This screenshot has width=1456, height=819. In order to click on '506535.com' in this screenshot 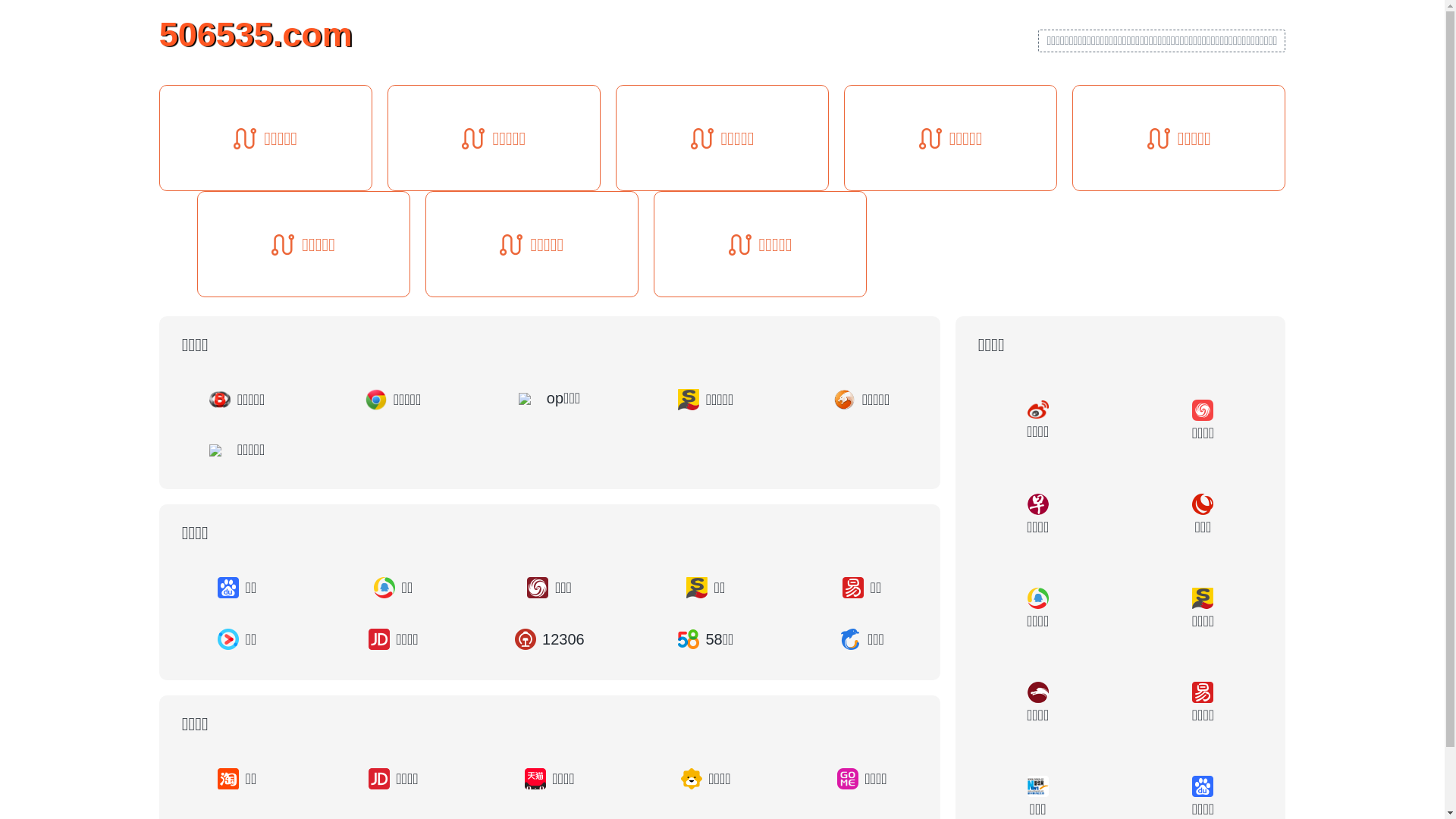, I will do `click(256, 33)`.